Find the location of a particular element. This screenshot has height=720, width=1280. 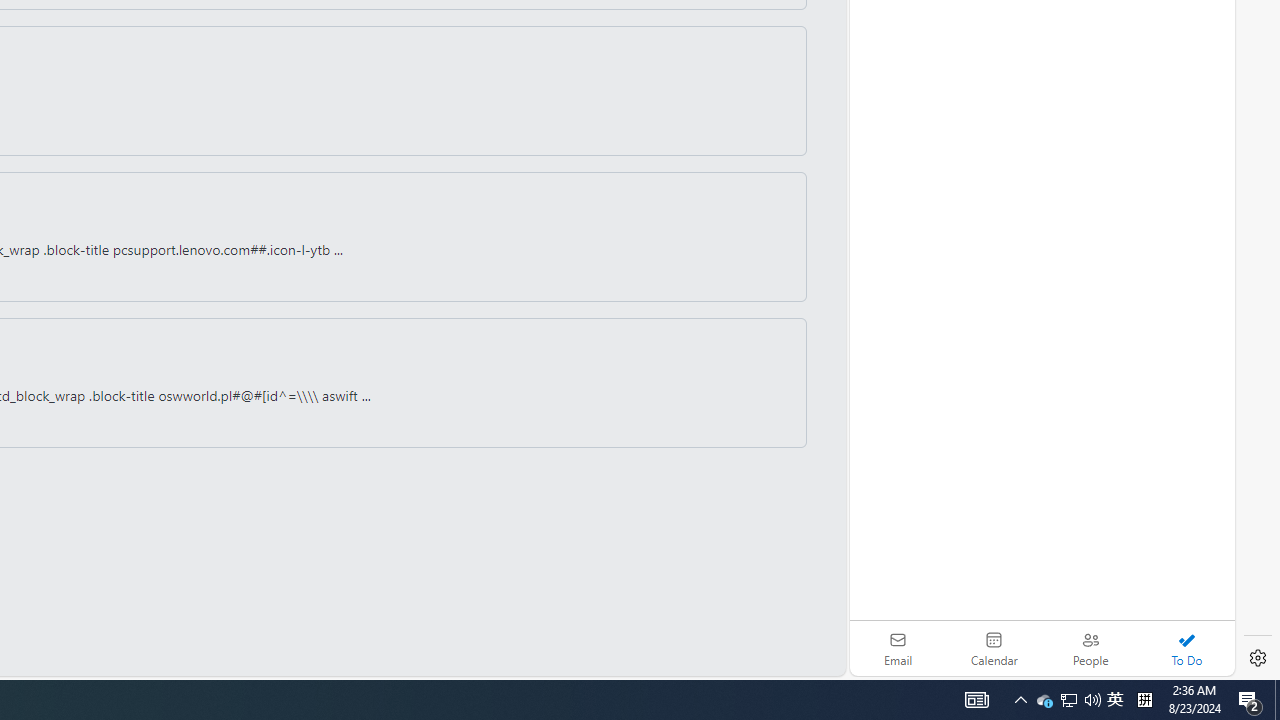

'Email' is located at coordinates (897, 648).